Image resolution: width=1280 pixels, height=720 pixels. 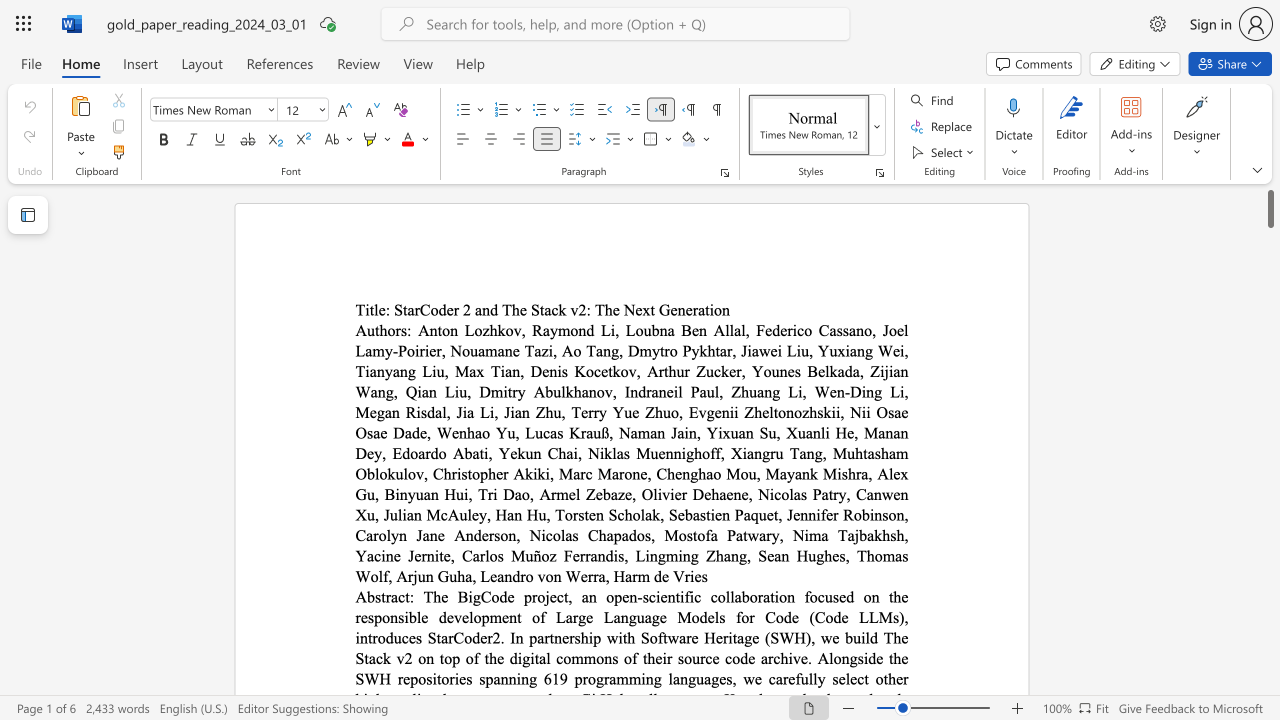 I want to click on the vertical scrollbar to lower the page content, so click(x=1269, y=528).